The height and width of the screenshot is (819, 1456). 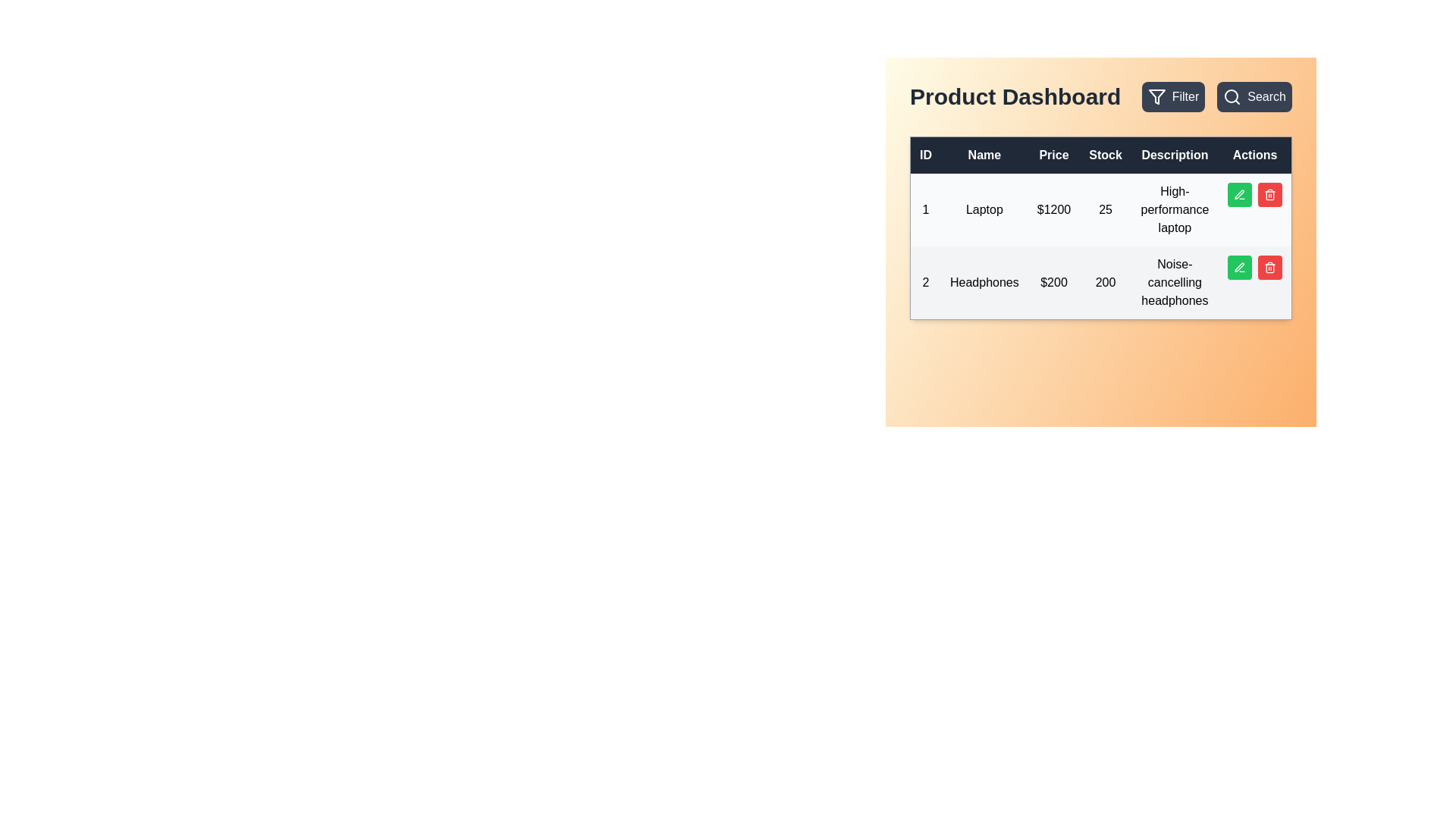 What do you see at coordinates (1270, 267) in the screenshot?
I see `the trash can icon with a red background, which is part of a button on the right-most side of the 'Actions' column in the second row of the Product Dashboard to possibly reveal additional details` at bounding box center [1270, 267].